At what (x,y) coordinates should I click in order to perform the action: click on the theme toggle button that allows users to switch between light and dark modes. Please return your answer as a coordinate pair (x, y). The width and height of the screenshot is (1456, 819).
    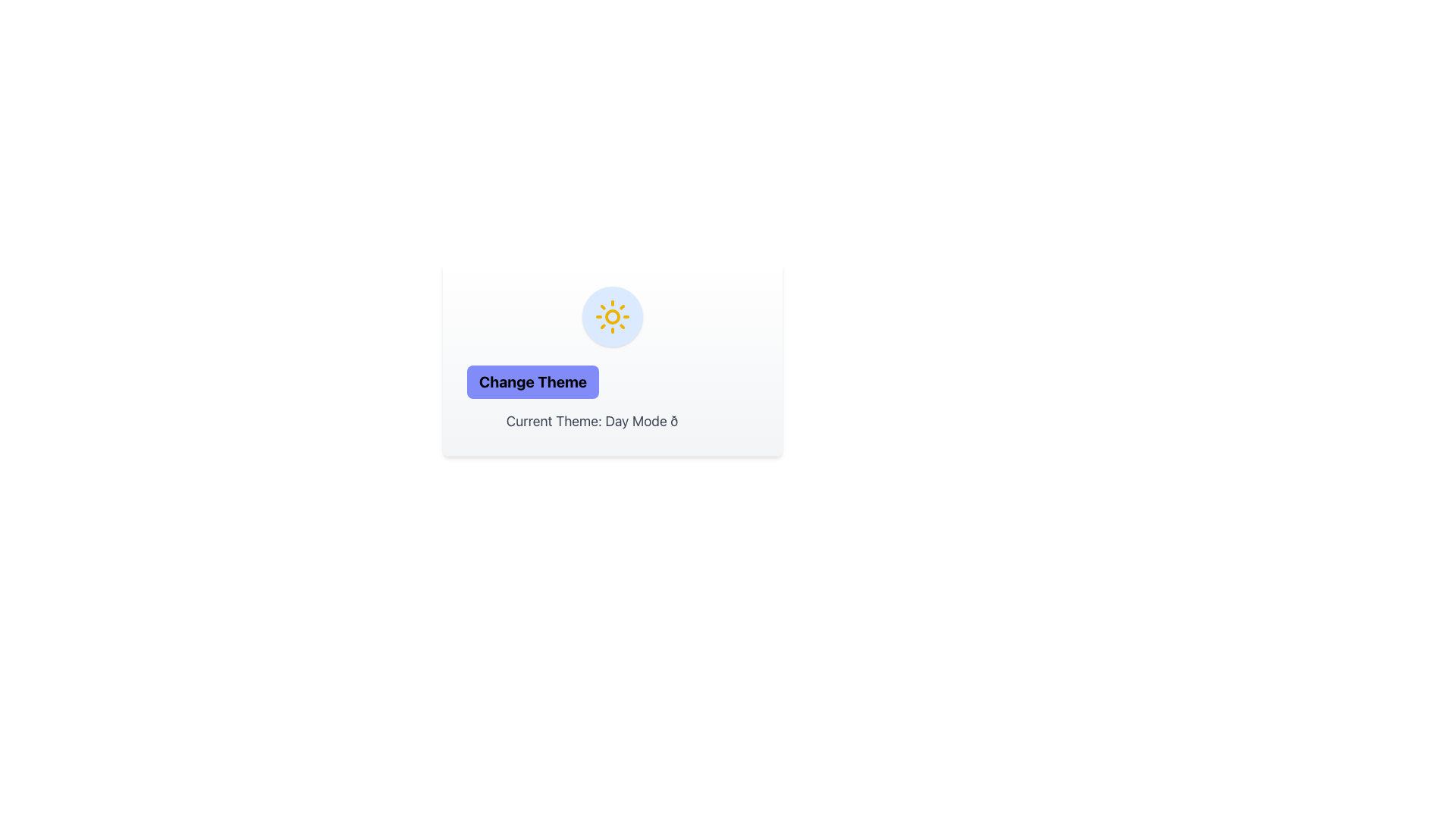
    Looking at the image, I should click on (533, 381).